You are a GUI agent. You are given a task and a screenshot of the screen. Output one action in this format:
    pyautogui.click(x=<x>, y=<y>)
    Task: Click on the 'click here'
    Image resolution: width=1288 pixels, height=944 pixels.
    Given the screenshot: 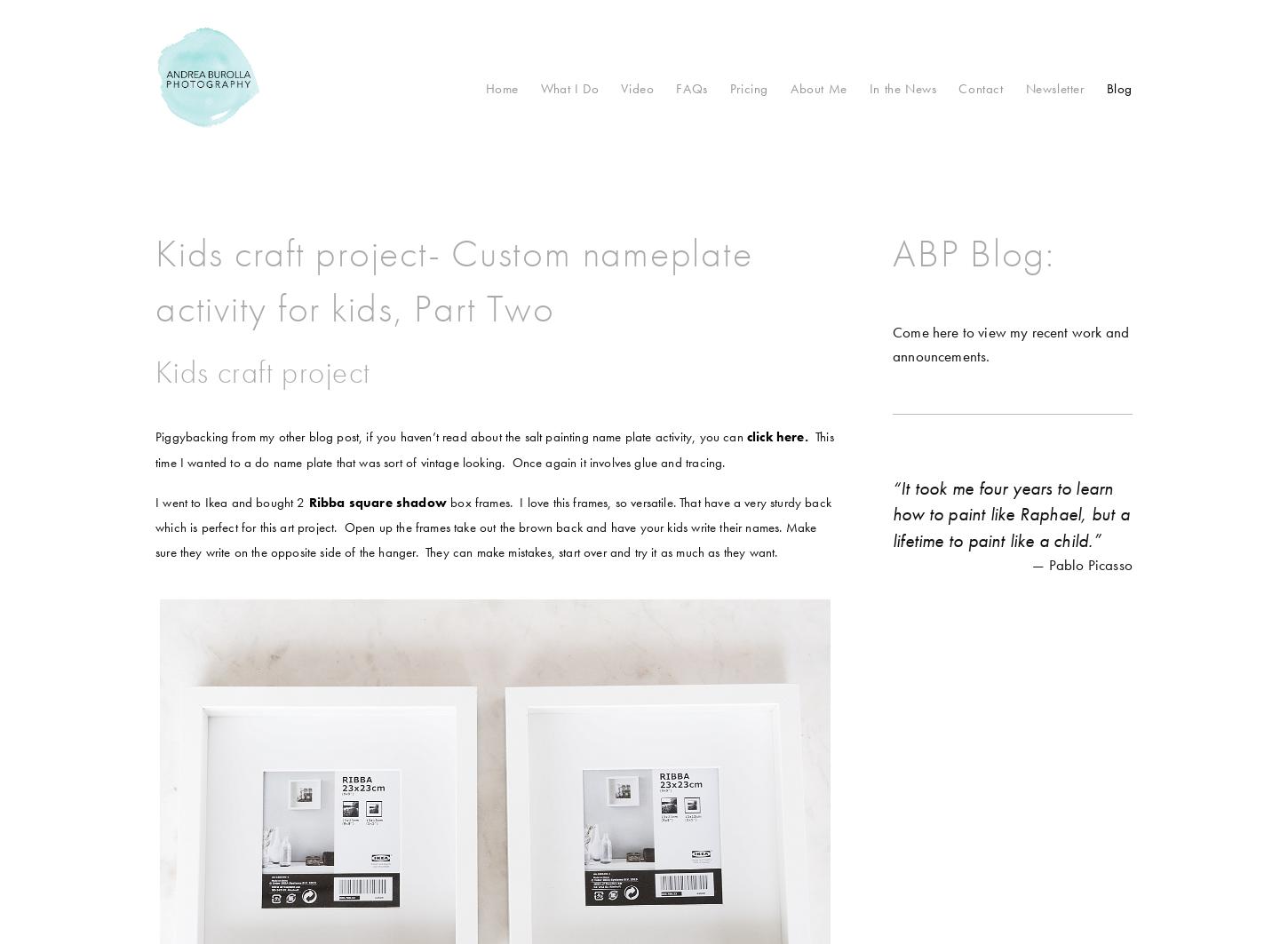 What is the action you would take?
    pyautogui.click(x=774, y=436)
    